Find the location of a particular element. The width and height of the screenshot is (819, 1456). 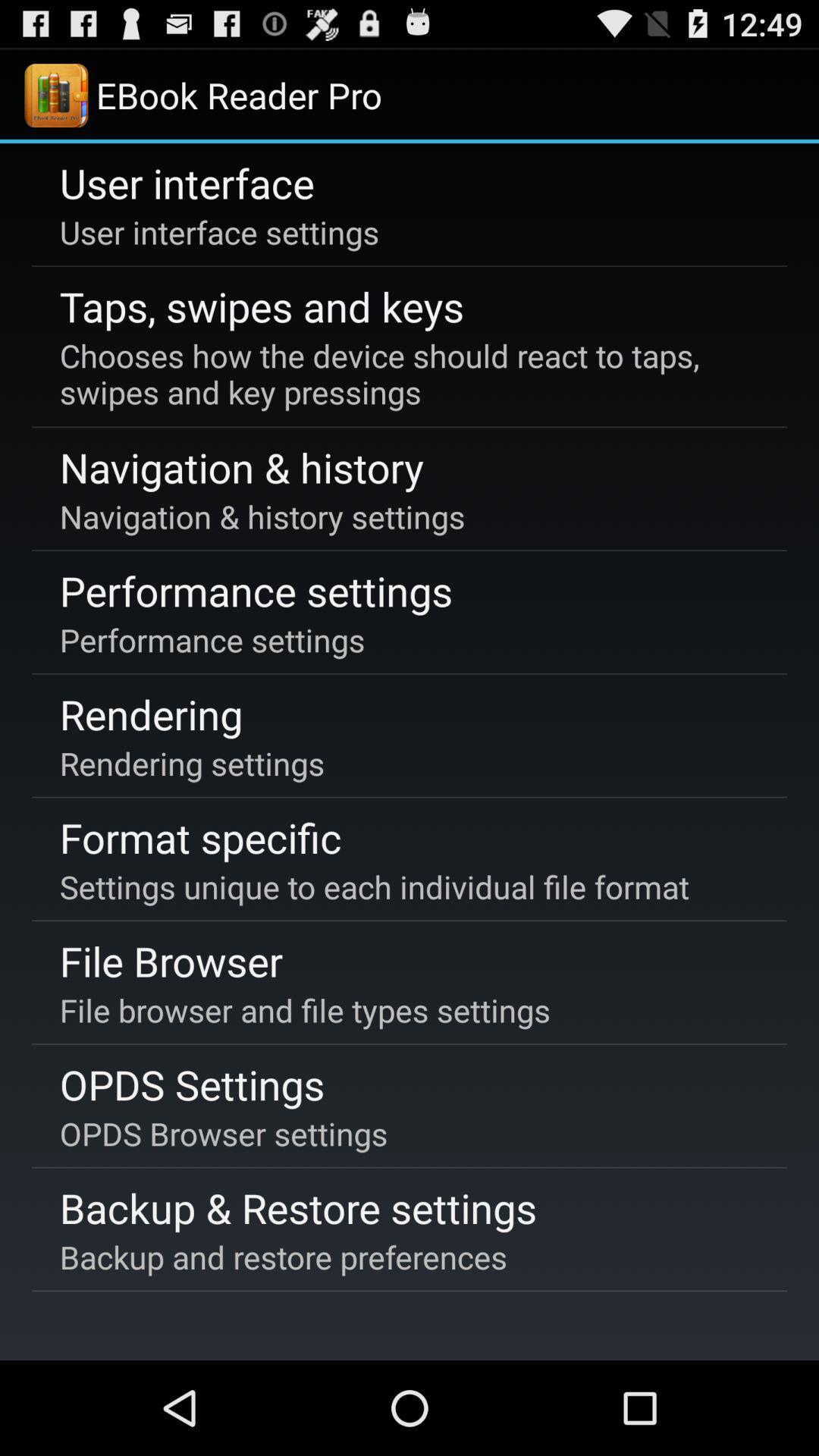

icon below the format specific app is located at coordinates (374, 886).